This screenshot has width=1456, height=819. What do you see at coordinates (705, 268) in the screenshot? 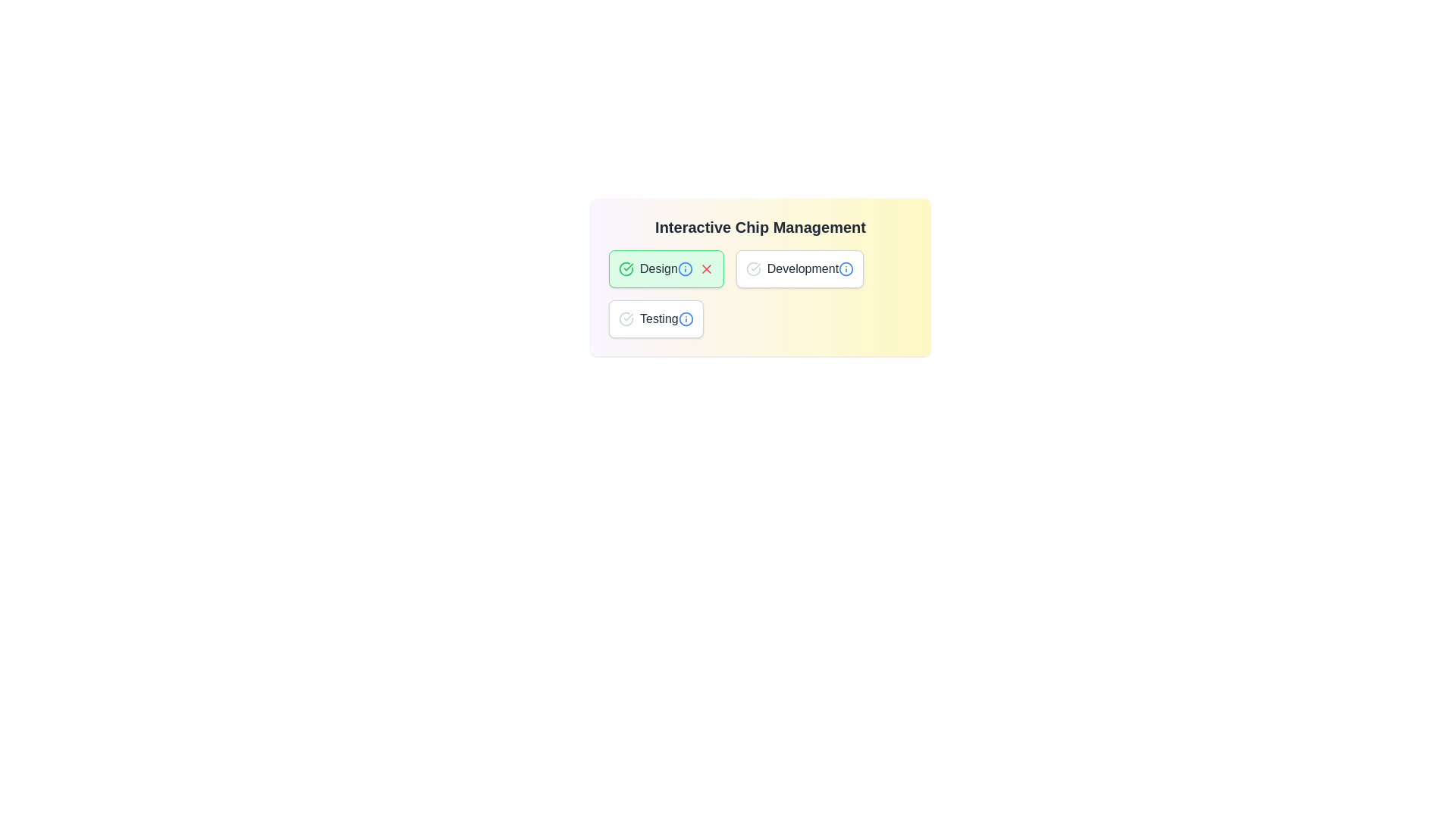
I see `the close button of the 'Design' chip to deselect it` at bounding box center [705, 268].